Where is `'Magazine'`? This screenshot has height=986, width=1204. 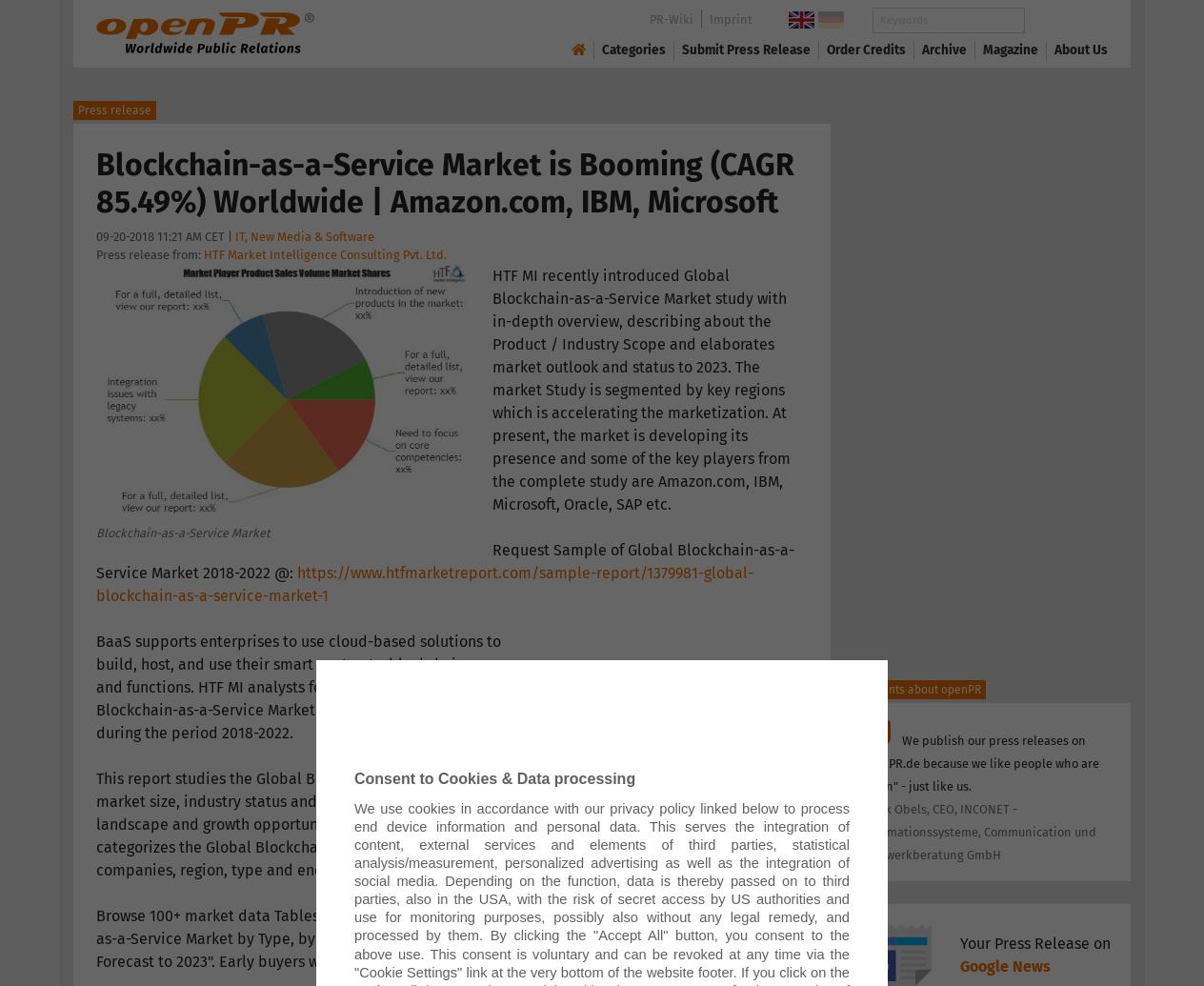 'Magazine' is located at coordinates (1010, 49).